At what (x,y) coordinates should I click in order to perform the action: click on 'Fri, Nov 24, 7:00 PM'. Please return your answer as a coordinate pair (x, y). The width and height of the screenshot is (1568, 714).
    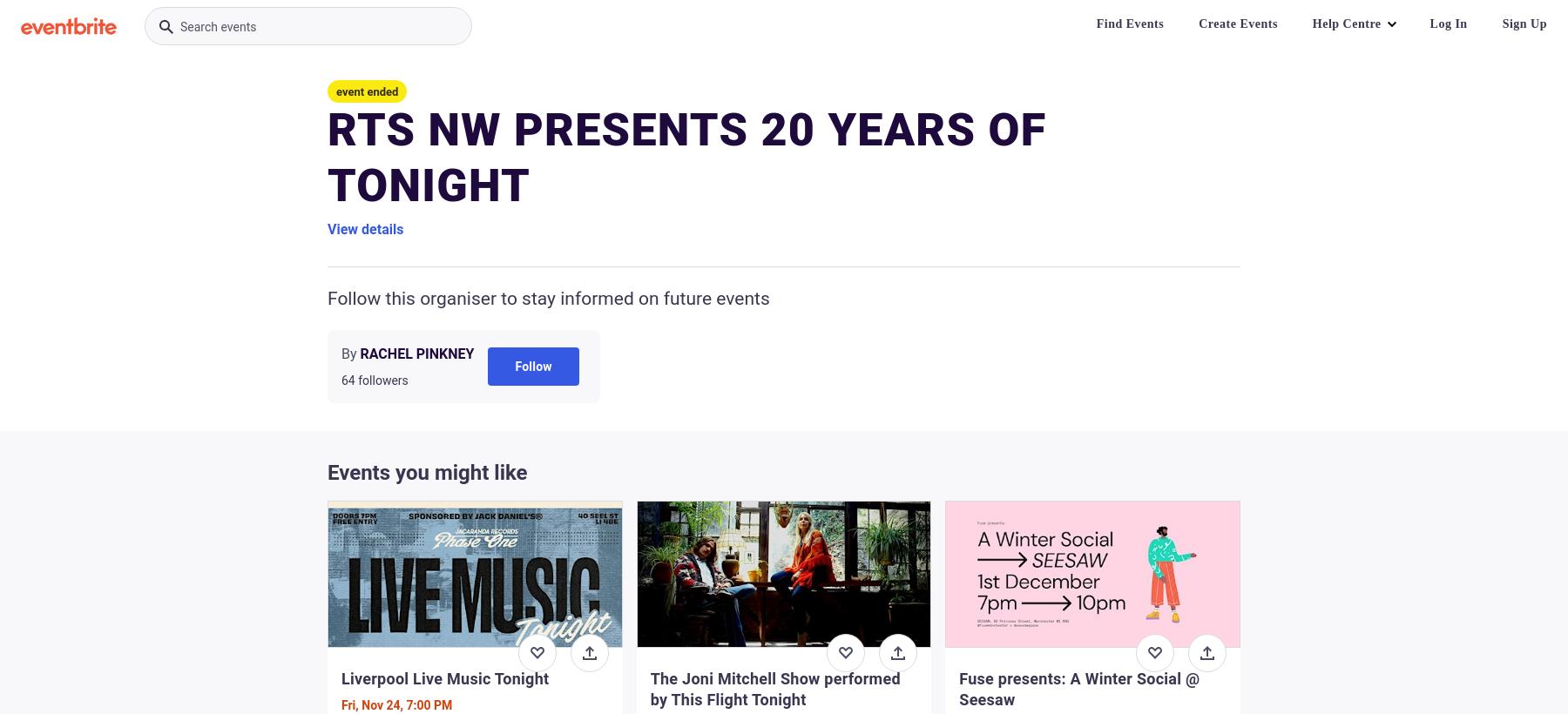
    Looking at the image, I should click on (395, 704).